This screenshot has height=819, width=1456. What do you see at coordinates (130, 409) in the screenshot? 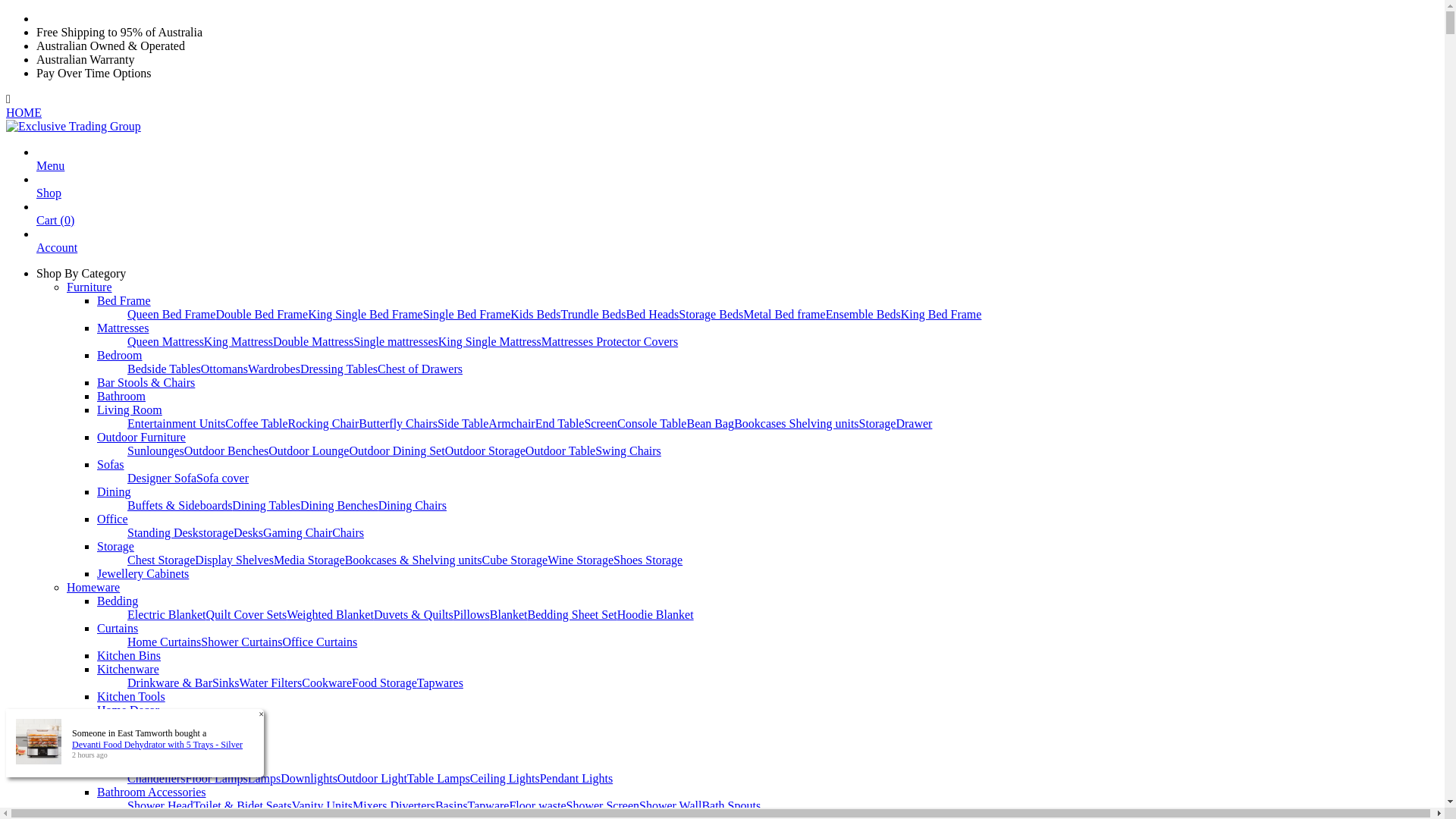
I see `'Living Room'` at bounding box center [130, 409].